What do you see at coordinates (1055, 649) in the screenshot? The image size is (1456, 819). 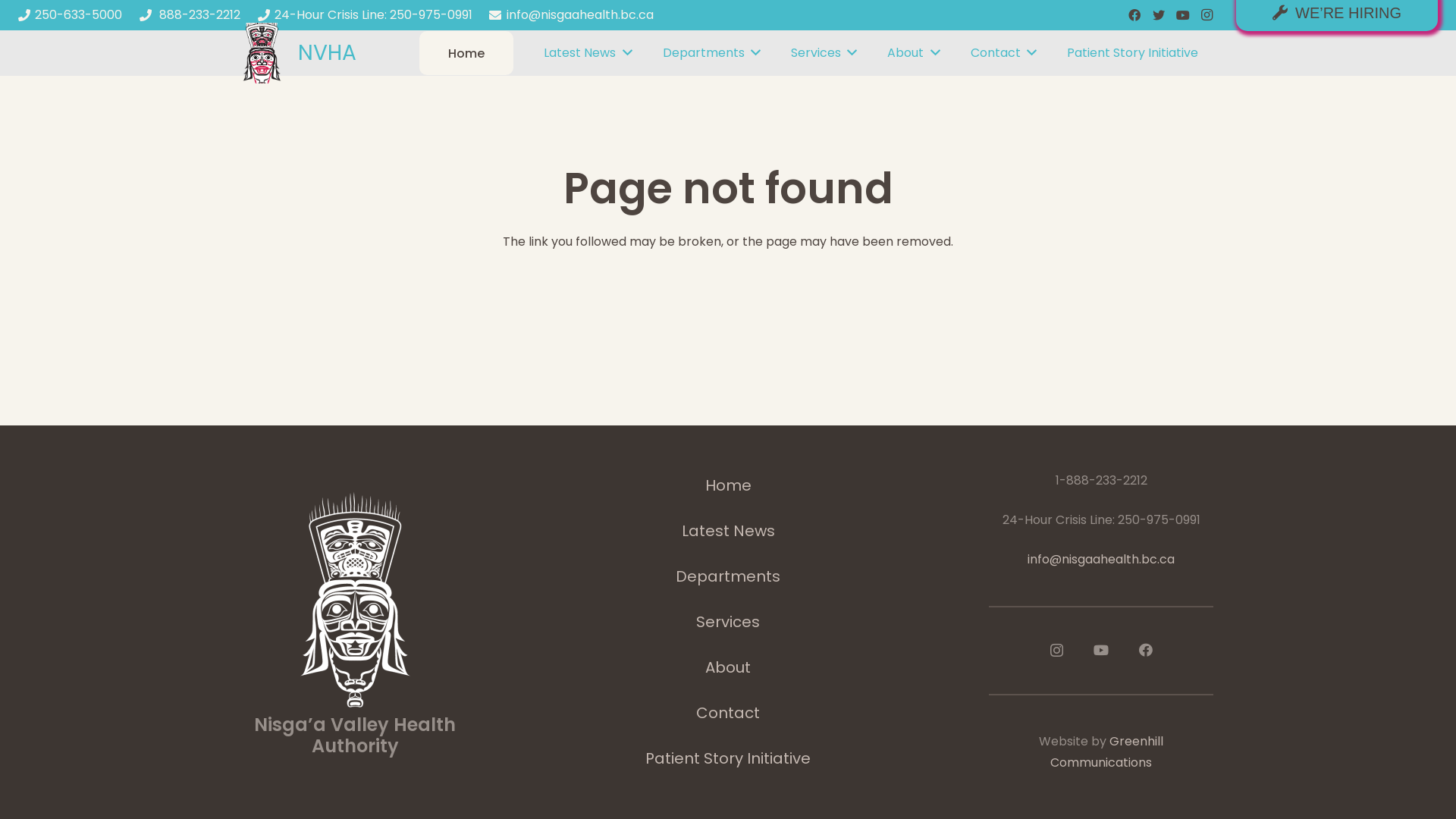 I see `'Instagram'` at bounding box center [1055, 649].